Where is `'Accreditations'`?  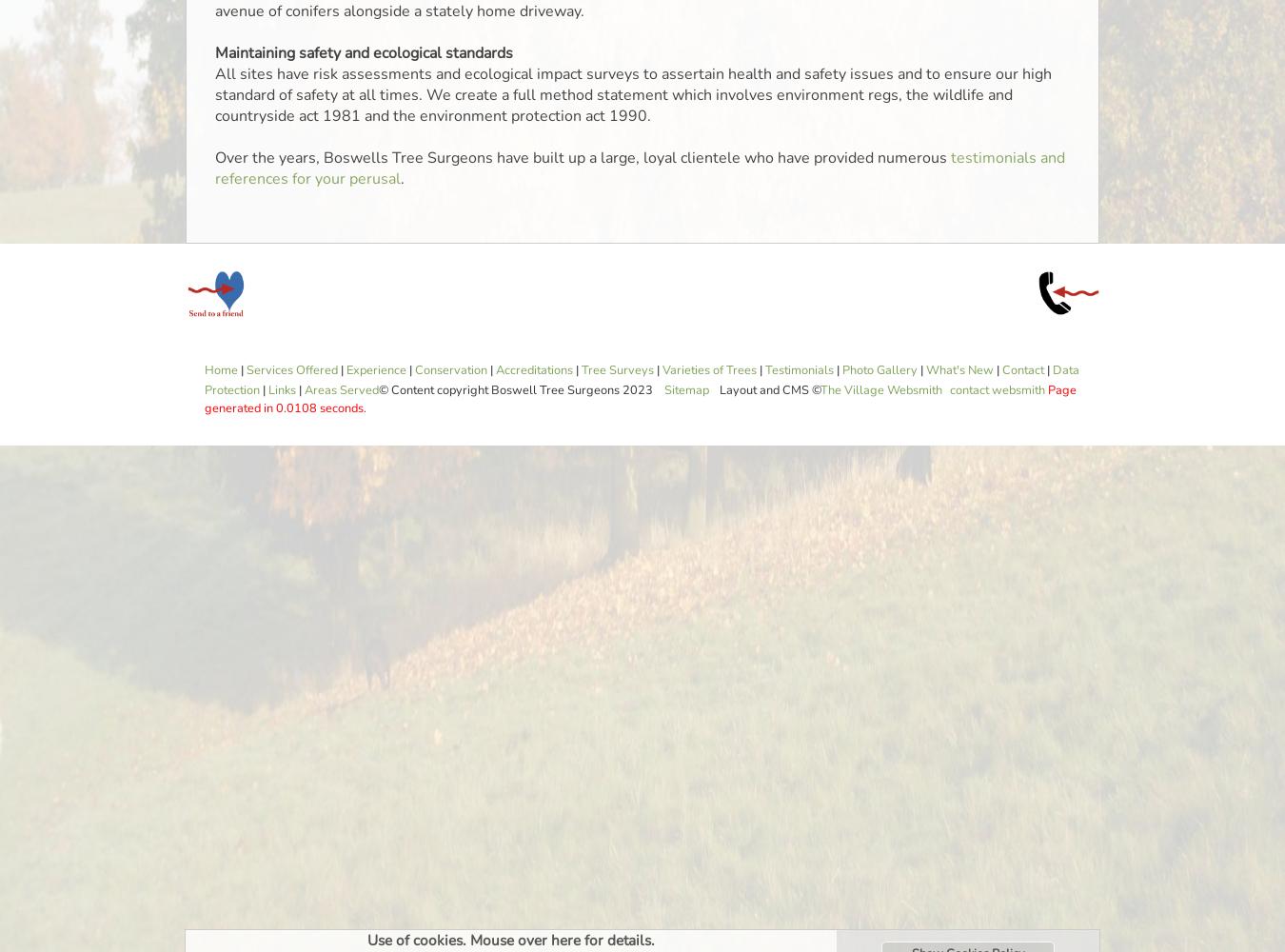 'Accreditations' is located at coordinates (533, 370).